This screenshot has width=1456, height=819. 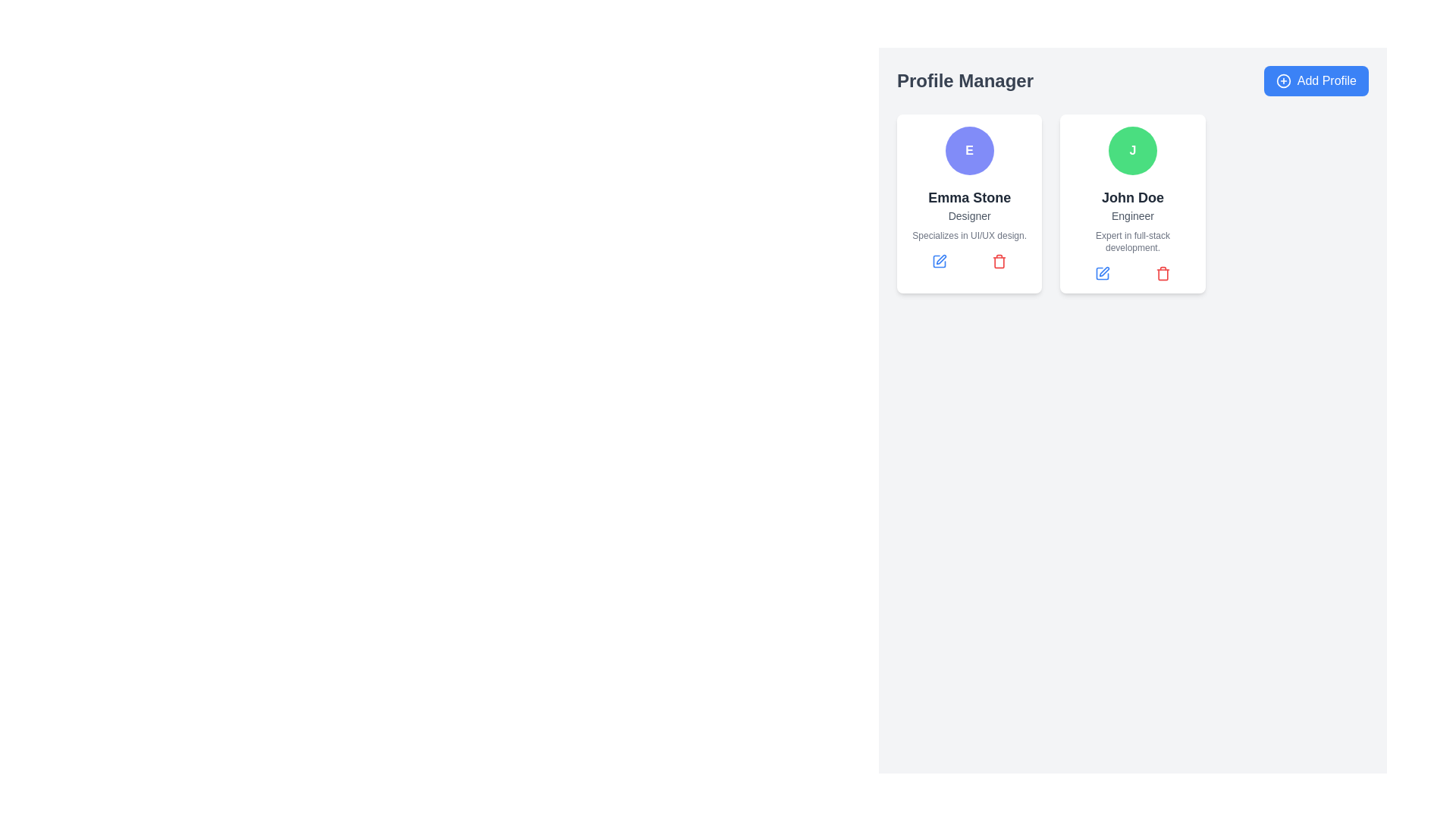 What do you see at coordinates (968, 216) in the screenshot?
I see `the text label displaying 'Designer', which is located beneath the name 'Emma Stone' and above the description 'Specializes in UI/UX design'` at bounding box center [968, 216].